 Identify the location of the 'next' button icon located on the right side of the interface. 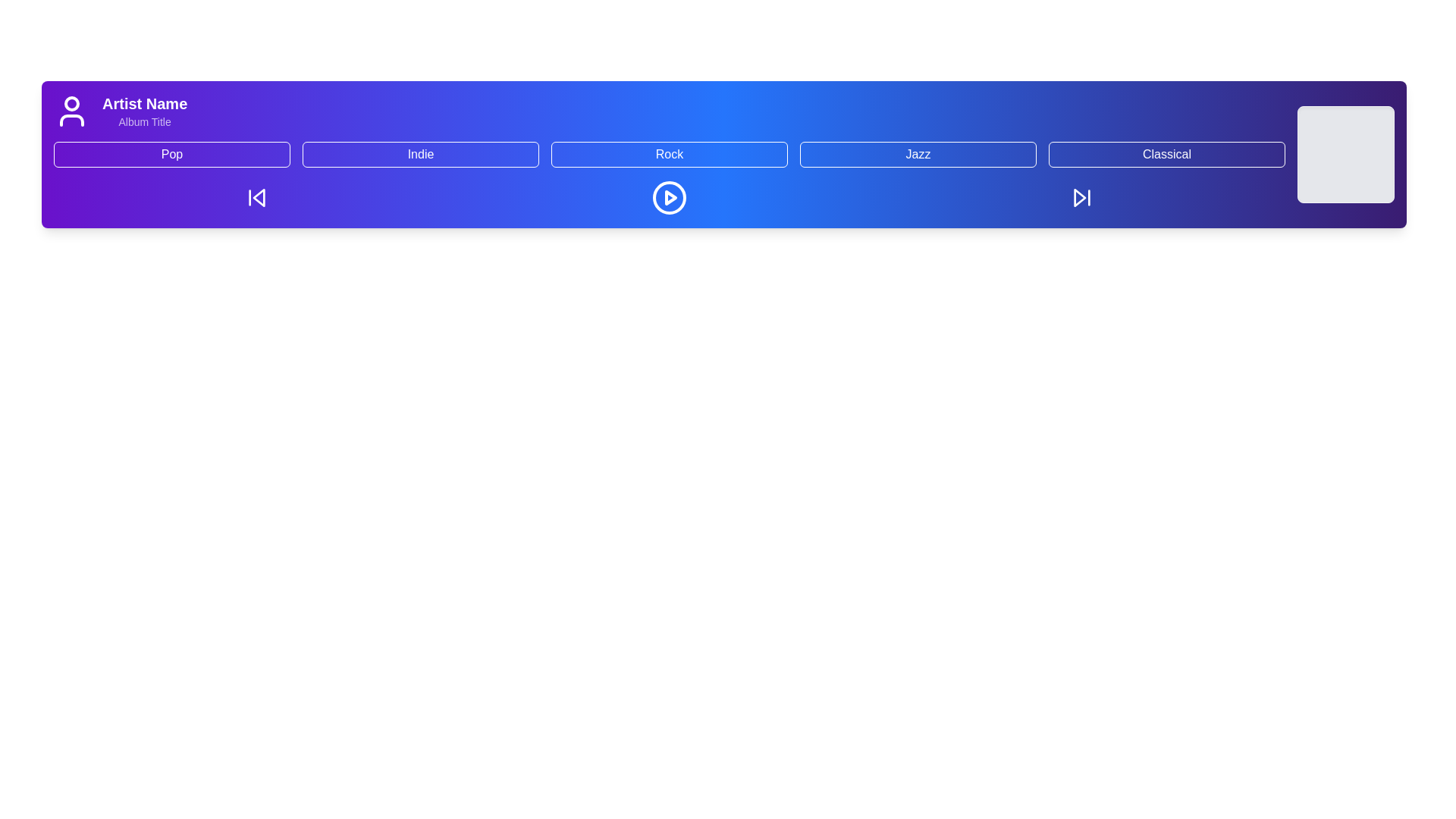
(1079, 197).